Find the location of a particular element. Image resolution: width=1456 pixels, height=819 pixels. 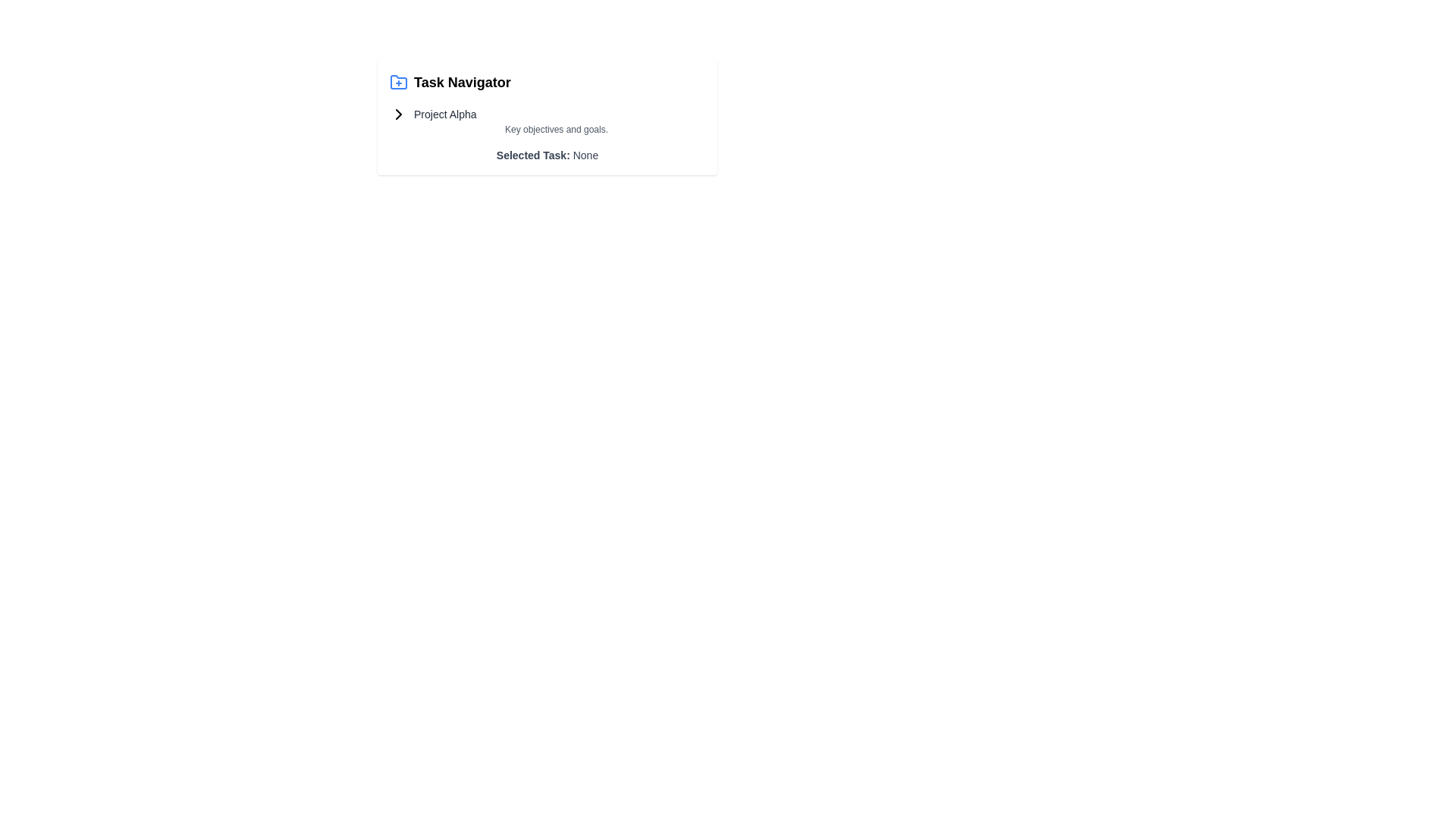

the icon located at the upper left corner of the 'Task Navigator' section is located at coordinates (399, 82).